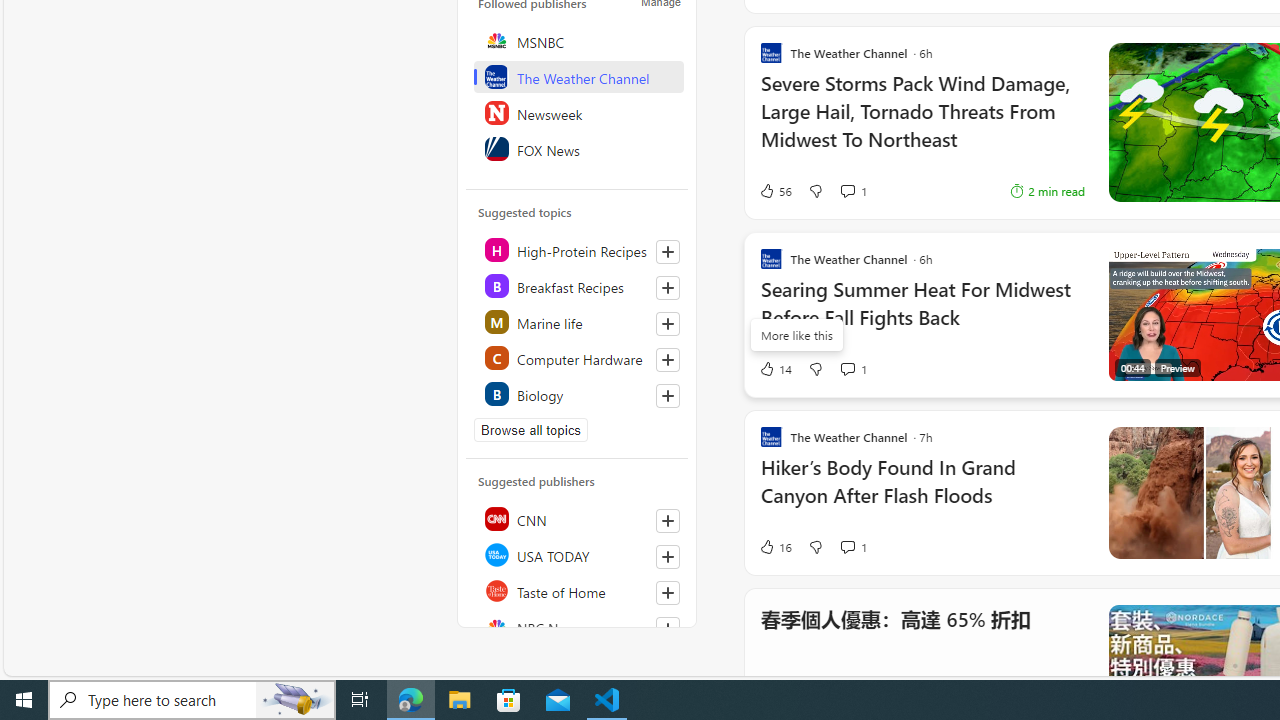  What do you see at coordinates (774, 368) in the screenshot?
I see `'14 Like'` at bounding box center [774, 368].